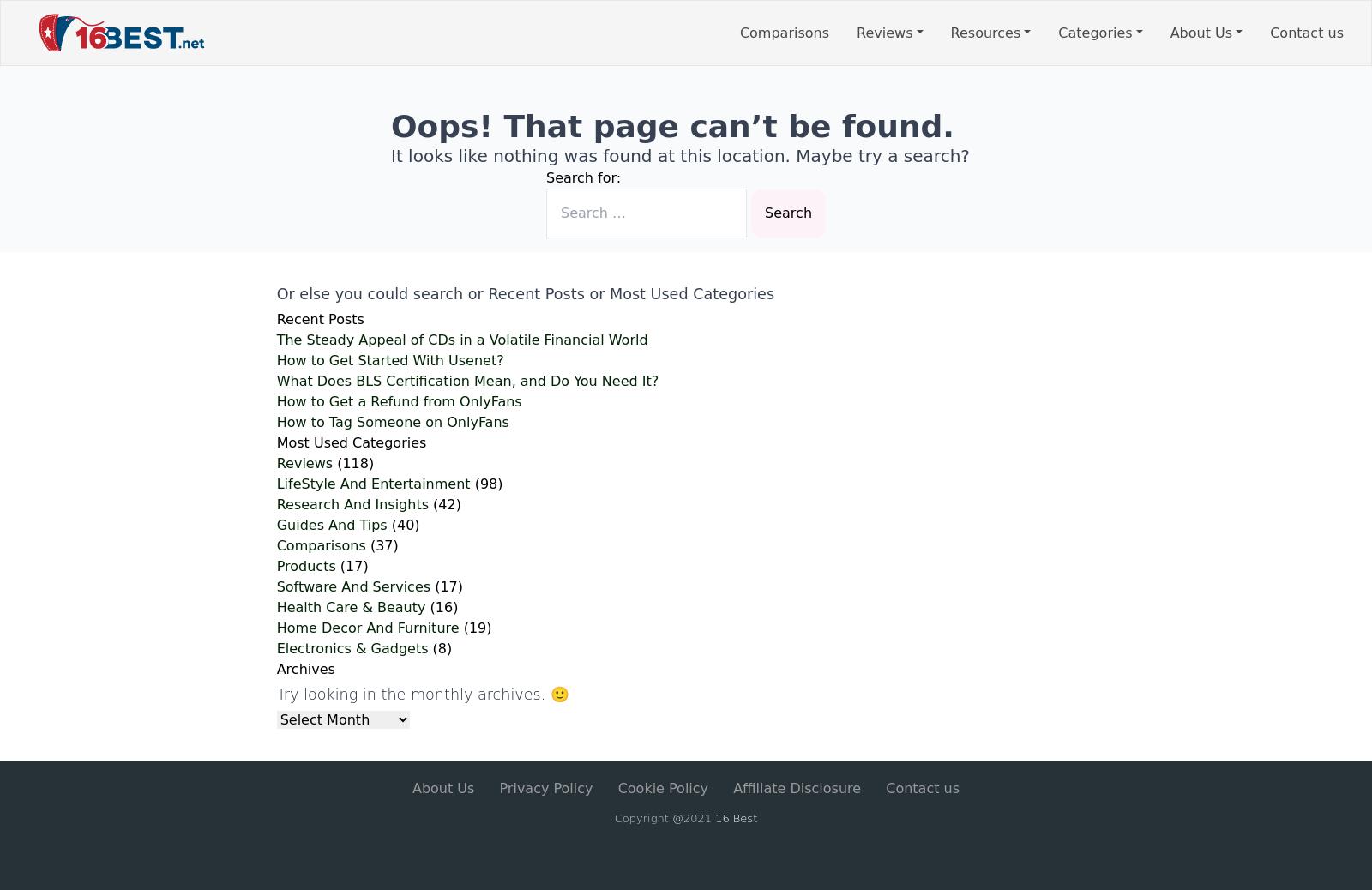 The height and width of the screenshot is (890, 1372). I want to click on '(98)', so click(469, 483).